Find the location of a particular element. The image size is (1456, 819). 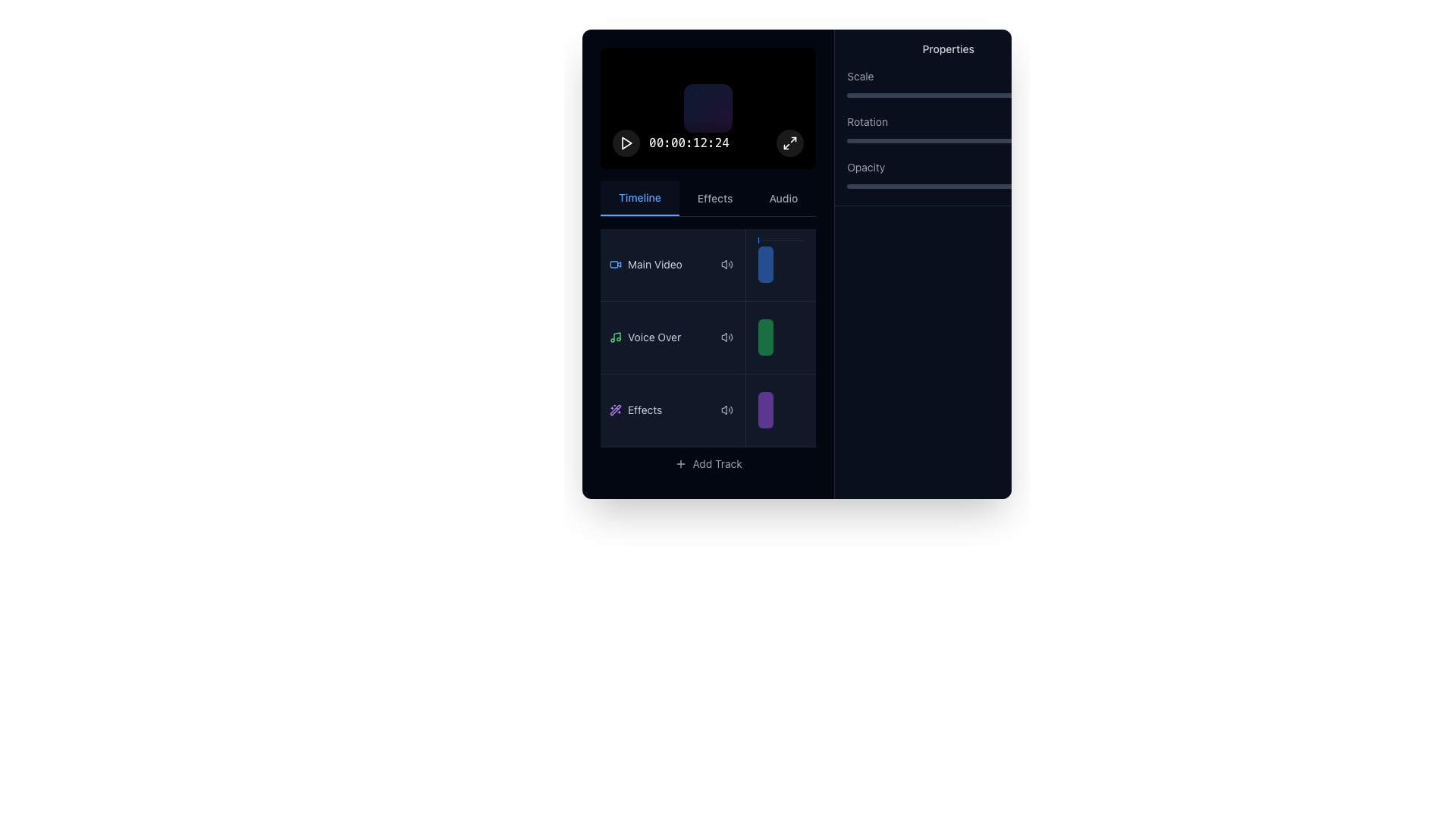

the 'Rotation' label that is light gray, sans-serif font, located in the 'Properties' panel below 'Scale' and above 'Opacity' is located at coordinates (868, 121).